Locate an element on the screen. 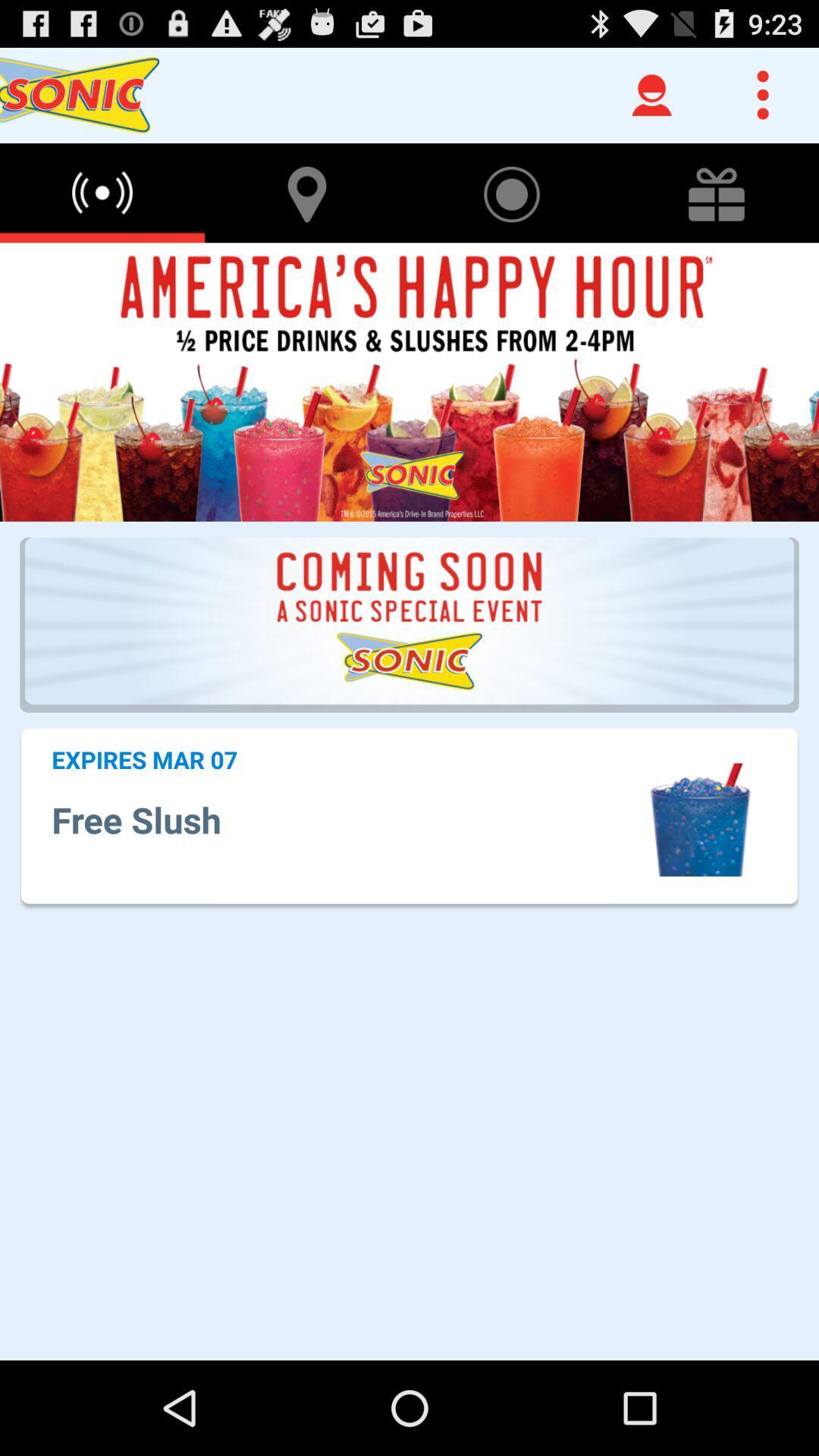 The image size is (819, 1456). the gift icon is located at coordinates (717, 206).